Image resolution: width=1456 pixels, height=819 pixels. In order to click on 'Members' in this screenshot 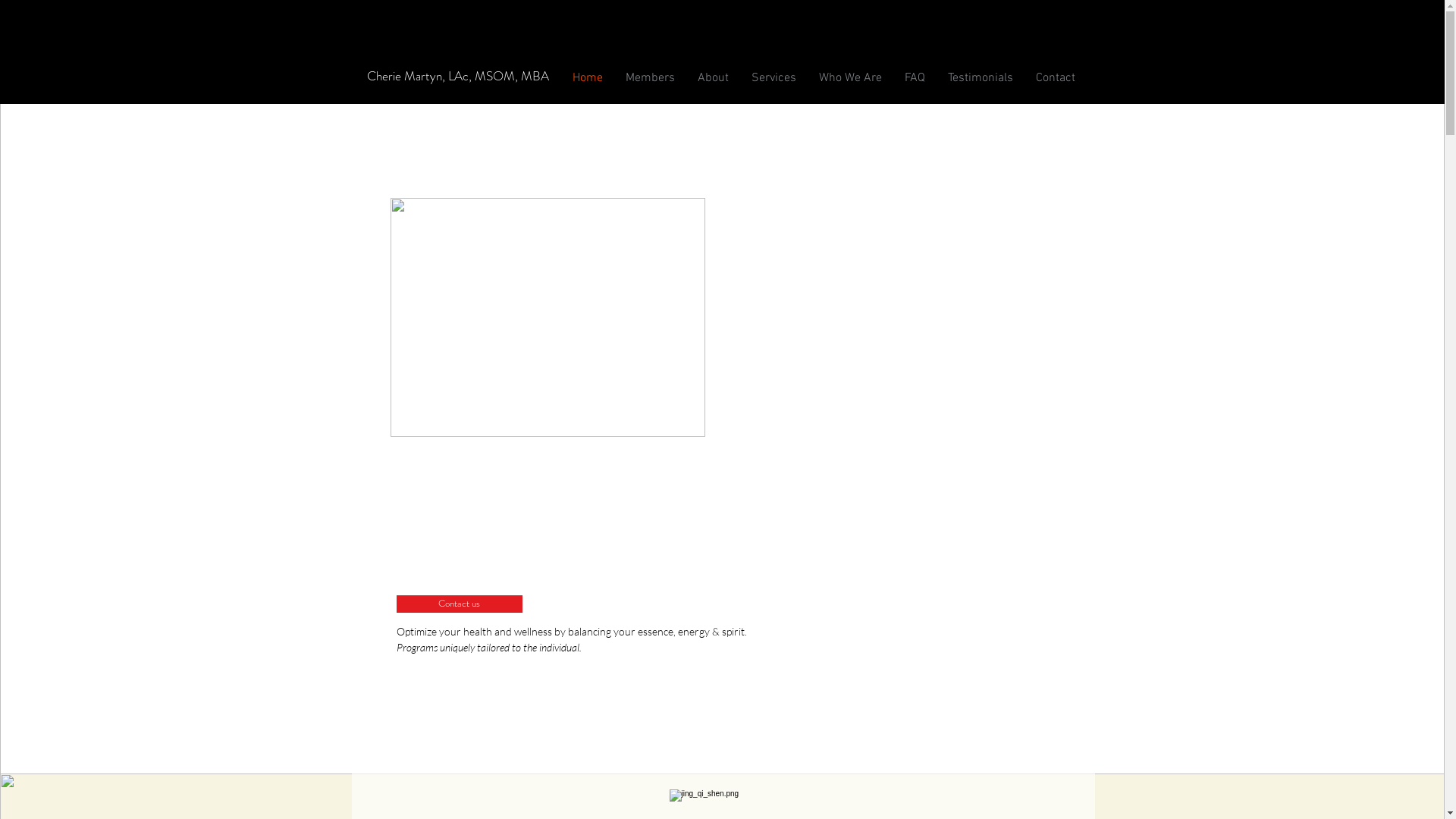, I will do `click(650, 78)`.